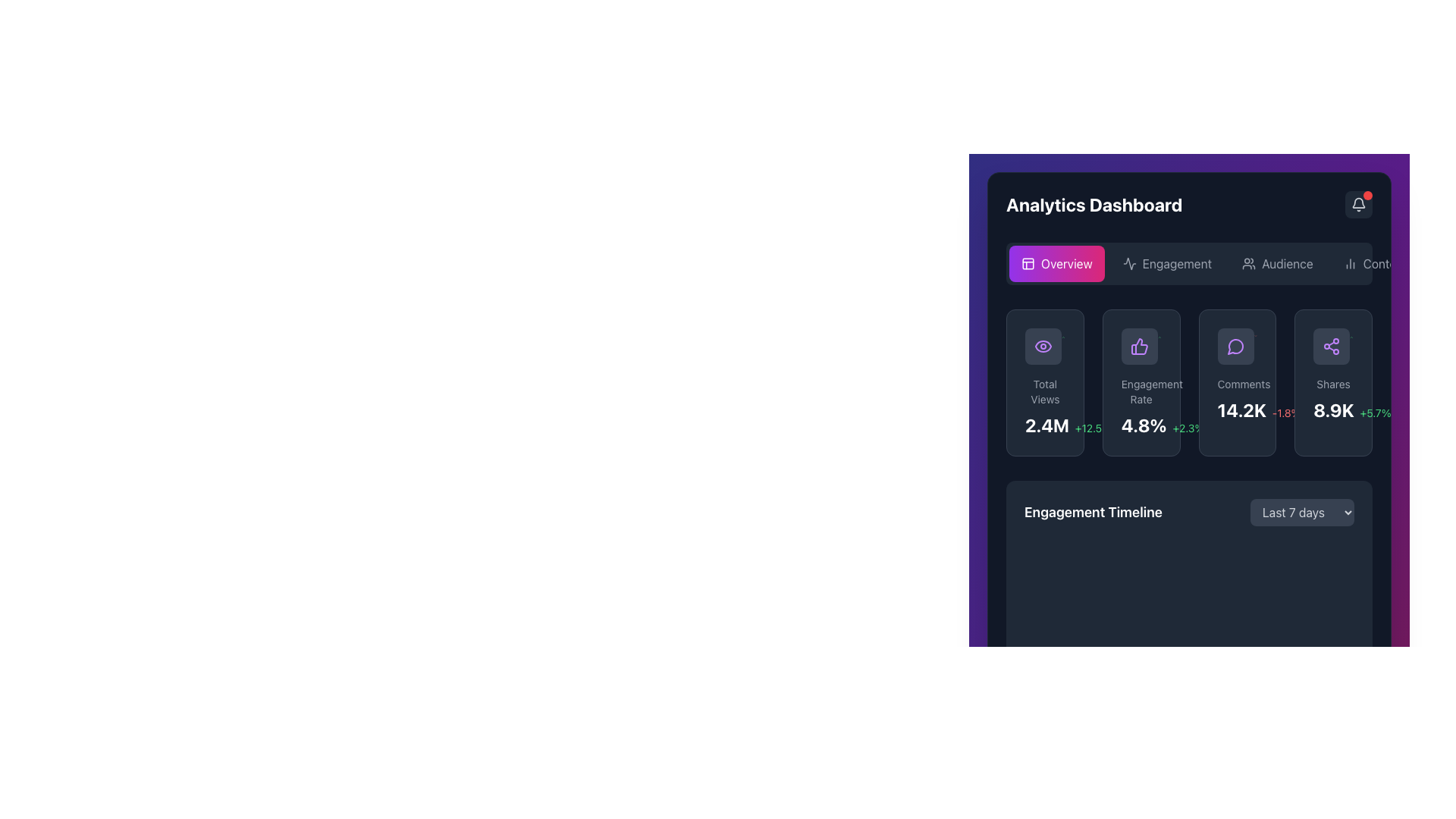  What do you see at coordinates (1241, 409) in the screenshot?
I see `the Text Label displaying the total number of comments located in the center of the 'Comments' card in the Analytics Dashboard` at bounding box center [1241, 409].